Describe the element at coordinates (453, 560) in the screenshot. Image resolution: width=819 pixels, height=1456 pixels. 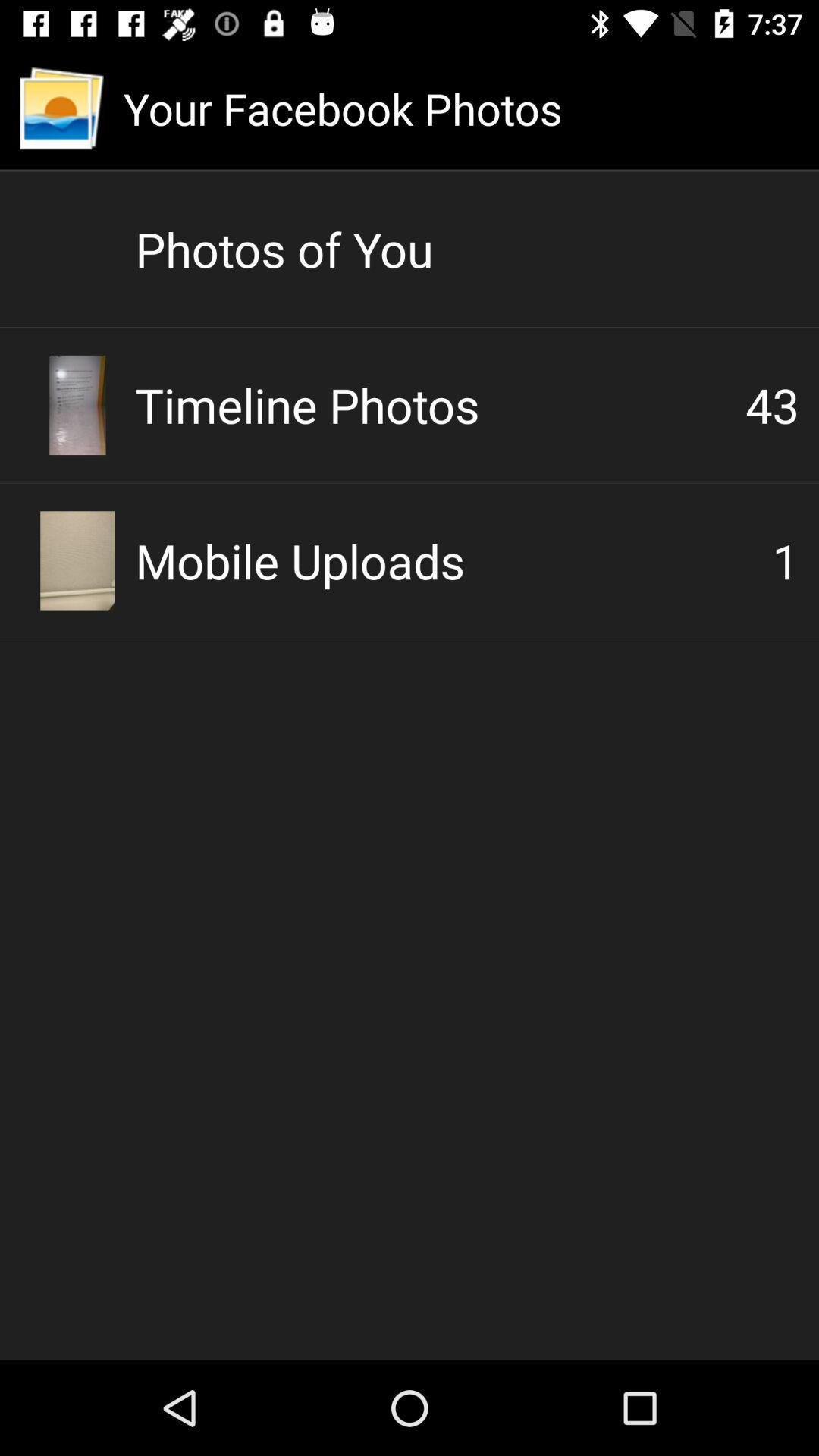
I see `icon next to the 1 icon` at that location.